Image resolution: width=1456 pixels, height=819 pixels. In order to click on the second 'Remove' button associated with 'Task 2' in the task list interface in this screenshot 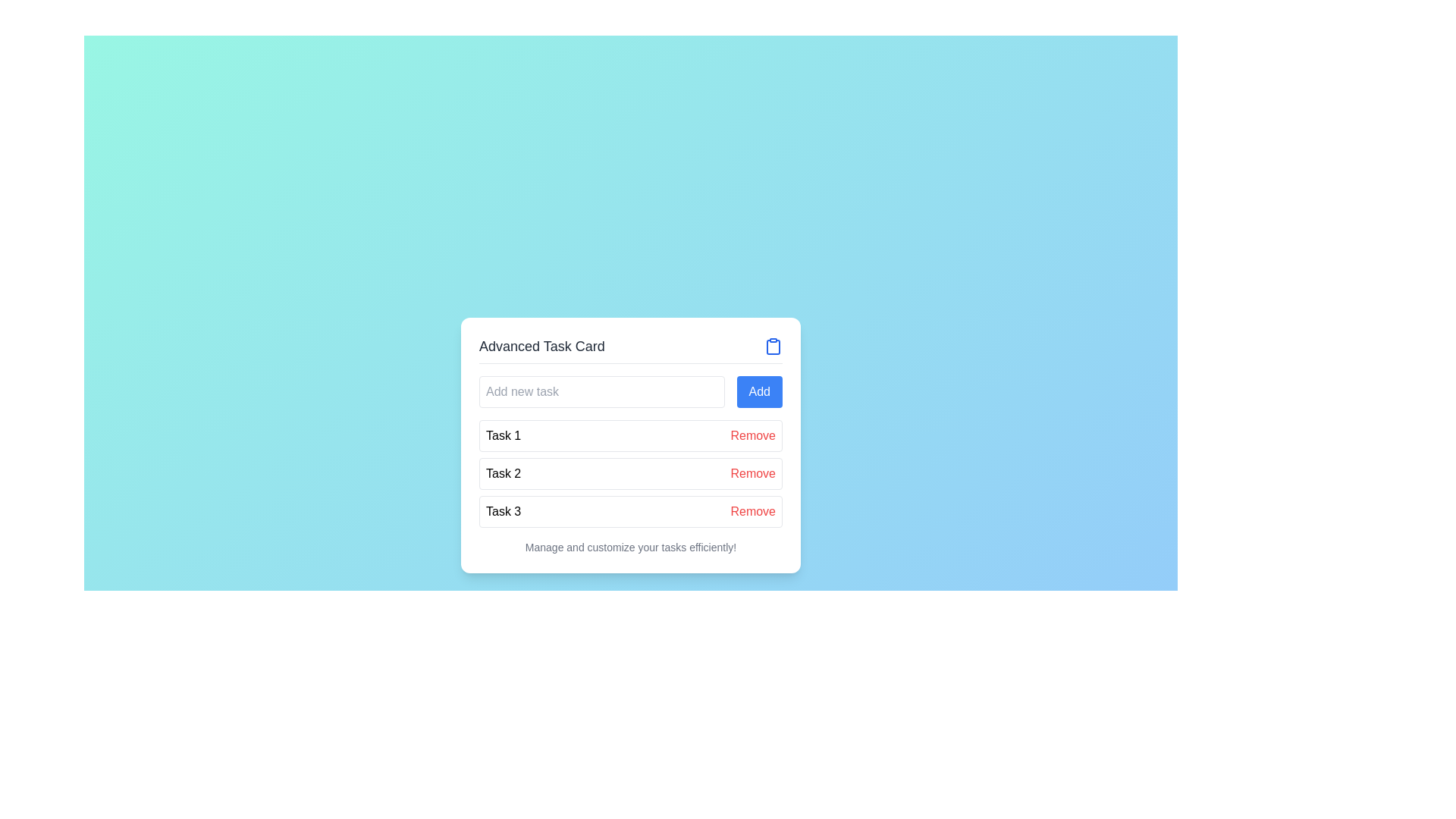, I will do `click(753, 472)`.